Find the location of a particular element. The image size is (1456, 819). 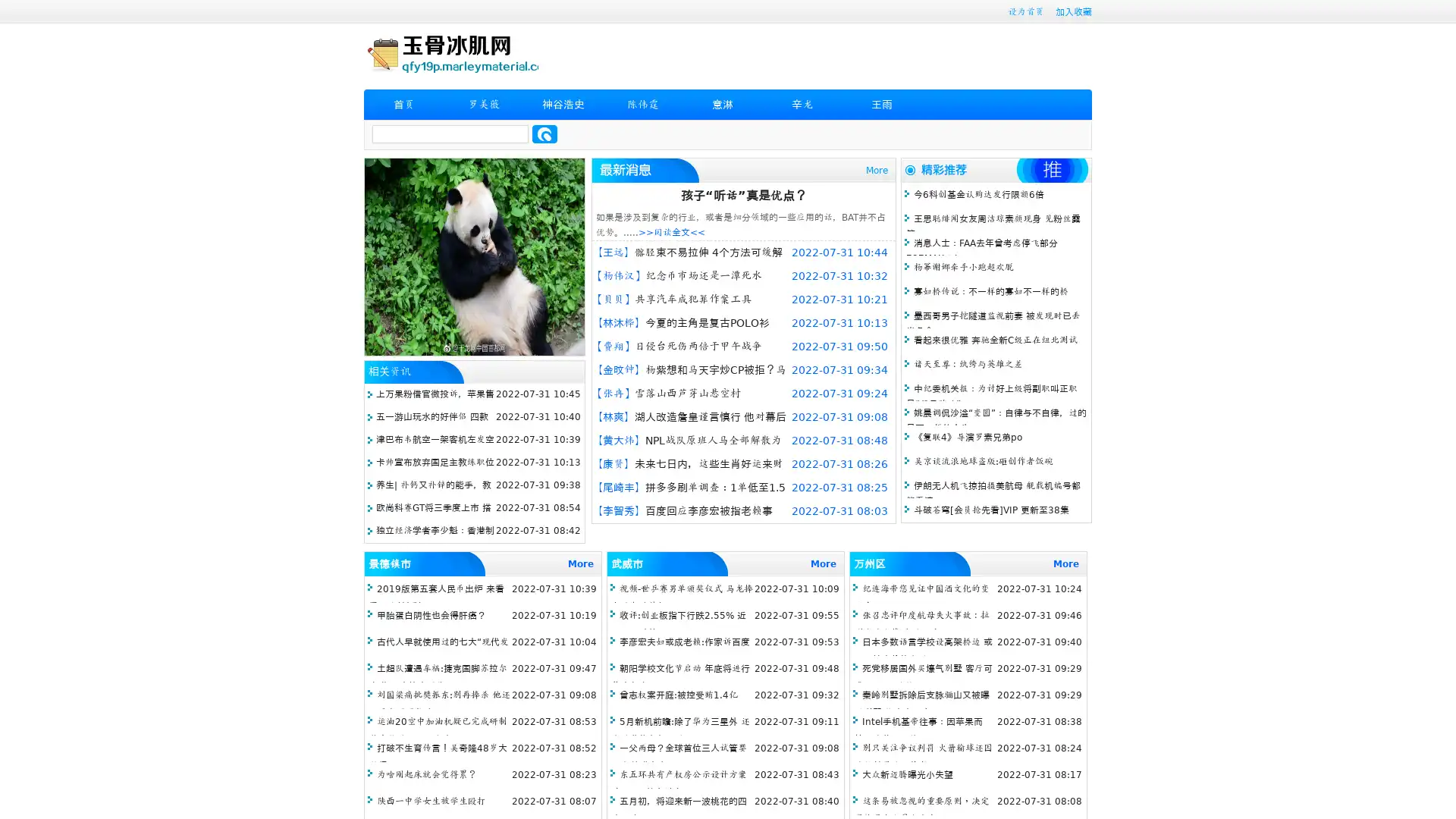

Search is located at coordinates (544, 133).